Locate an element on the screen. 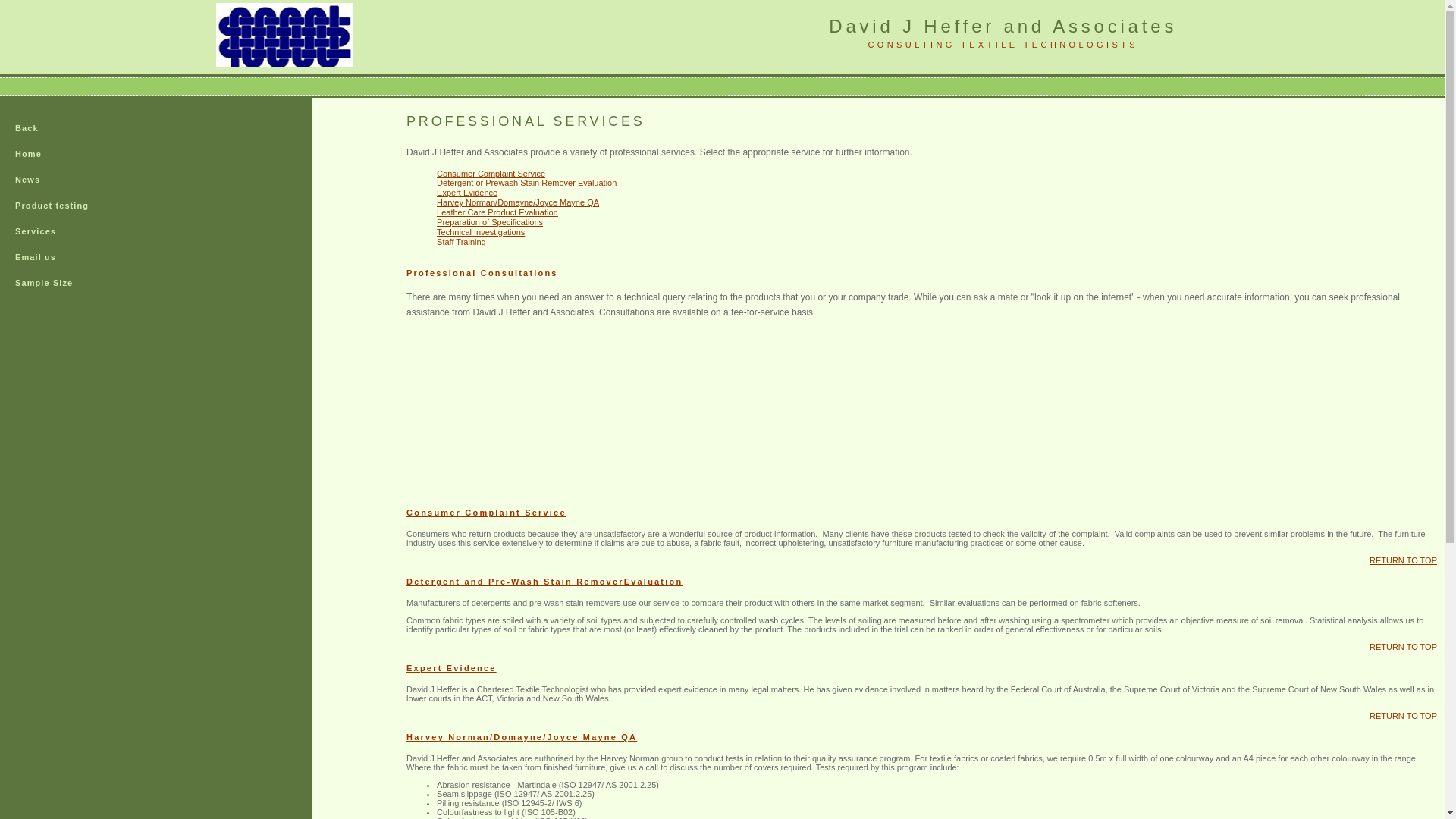 The width and height of the screenshot is (1456, 819). 'Technical Investigations' is located at coordinates (436, 231).